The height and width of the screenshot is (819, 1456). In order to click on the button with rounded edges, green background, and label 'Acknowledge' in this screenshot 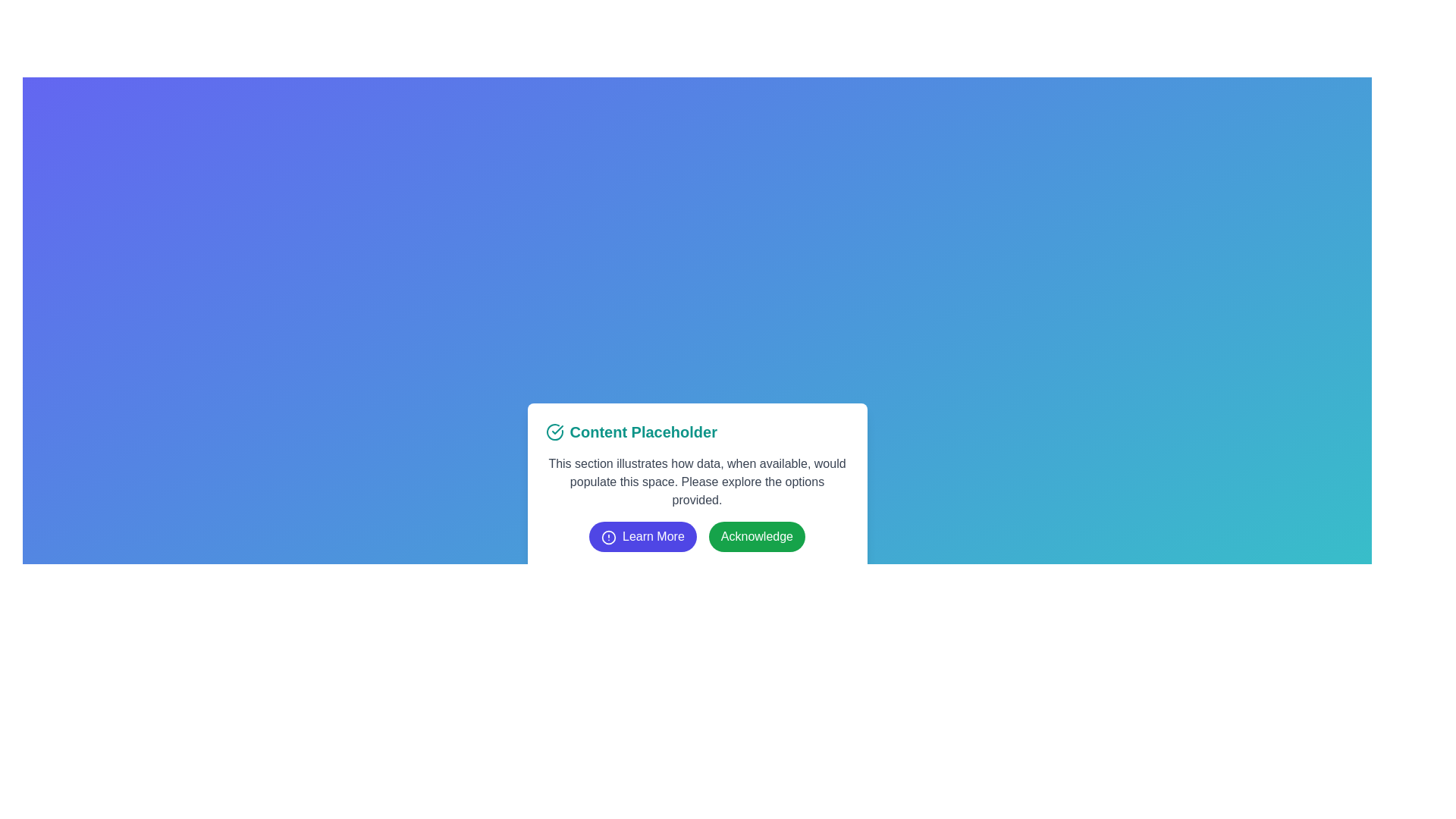, I will do `click(757, 536)`.